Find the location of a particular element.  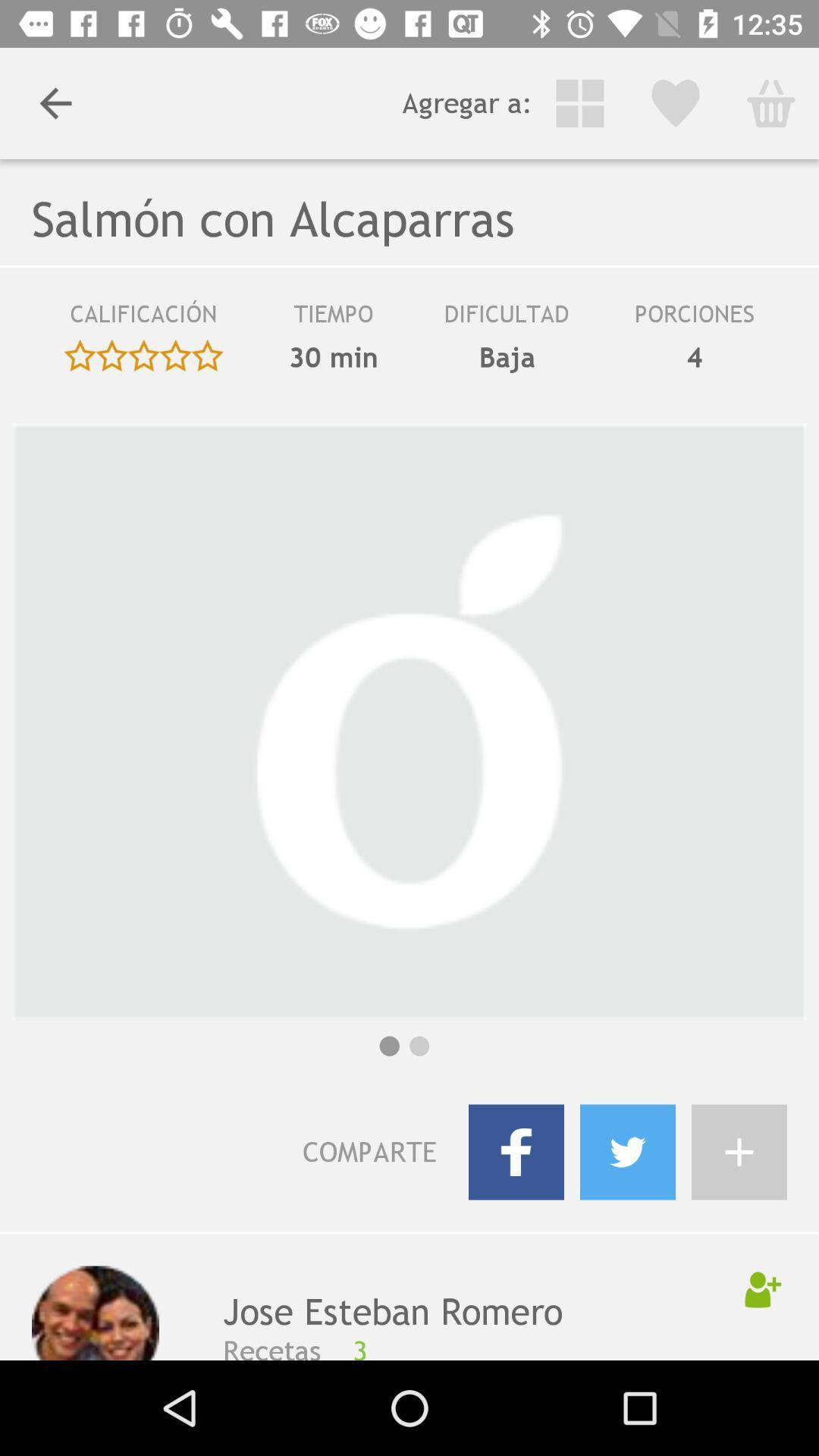

user is located at coordinates (763, 1288).